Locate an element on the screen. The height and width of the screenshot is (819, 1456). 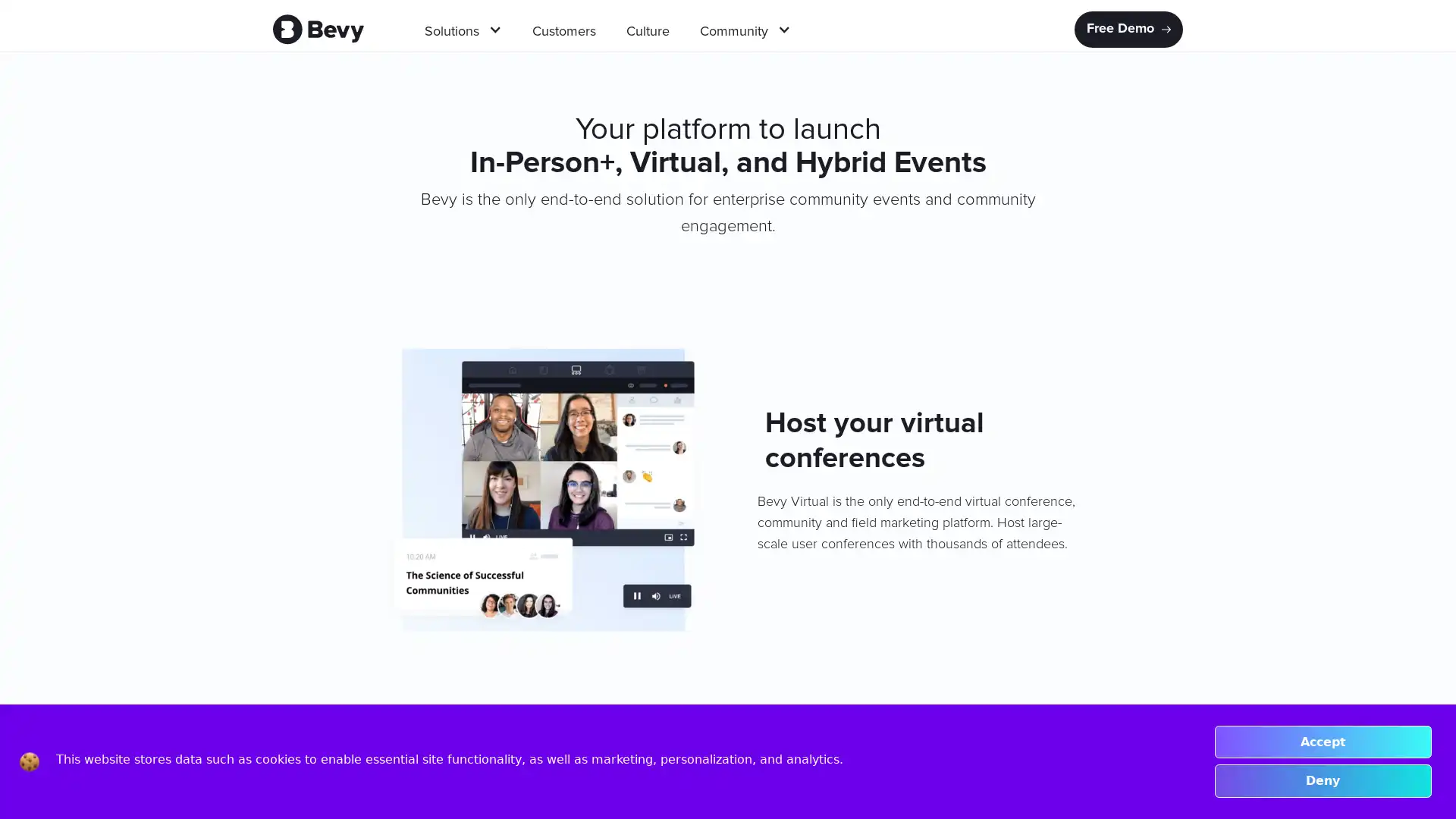
Deny is located at coordinates (1322, 780).